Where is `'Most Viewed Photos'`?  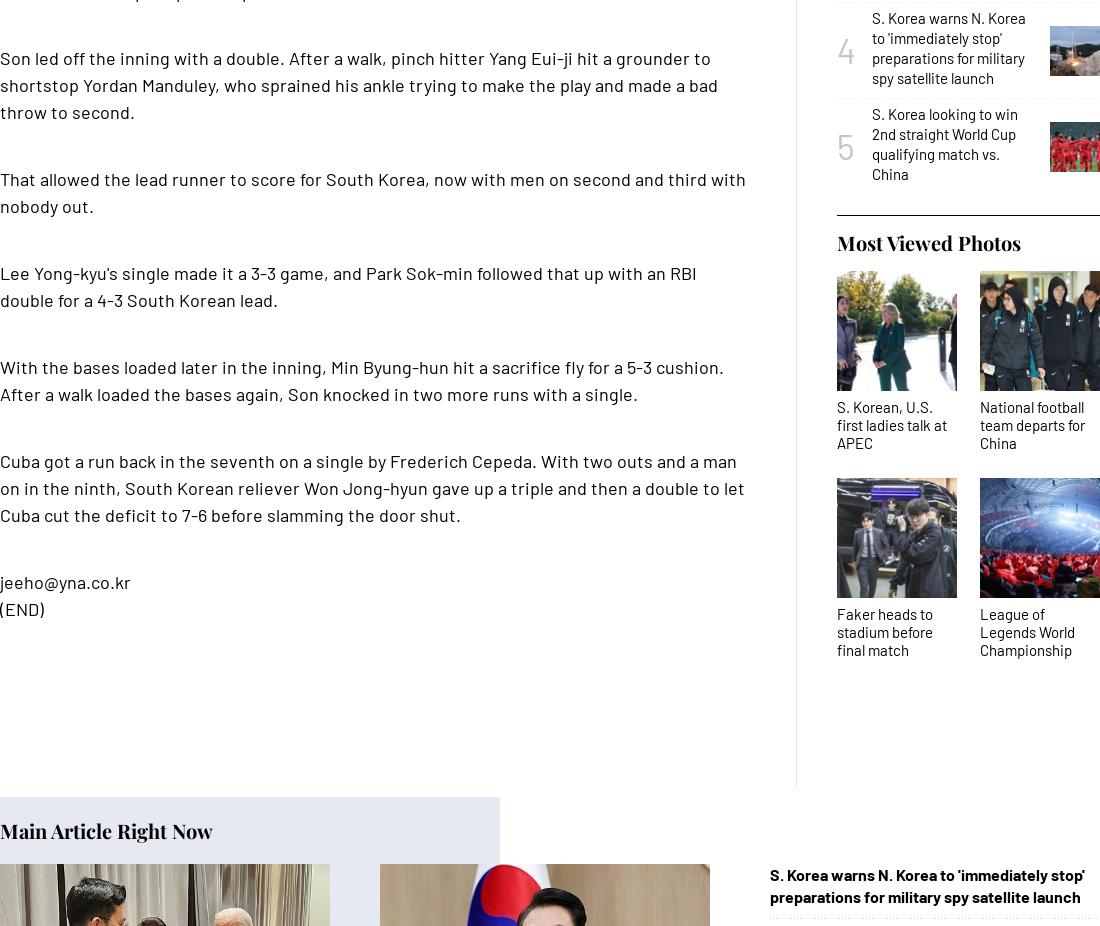 'Most Viewed Photos' is located at coordinates (928, 241).